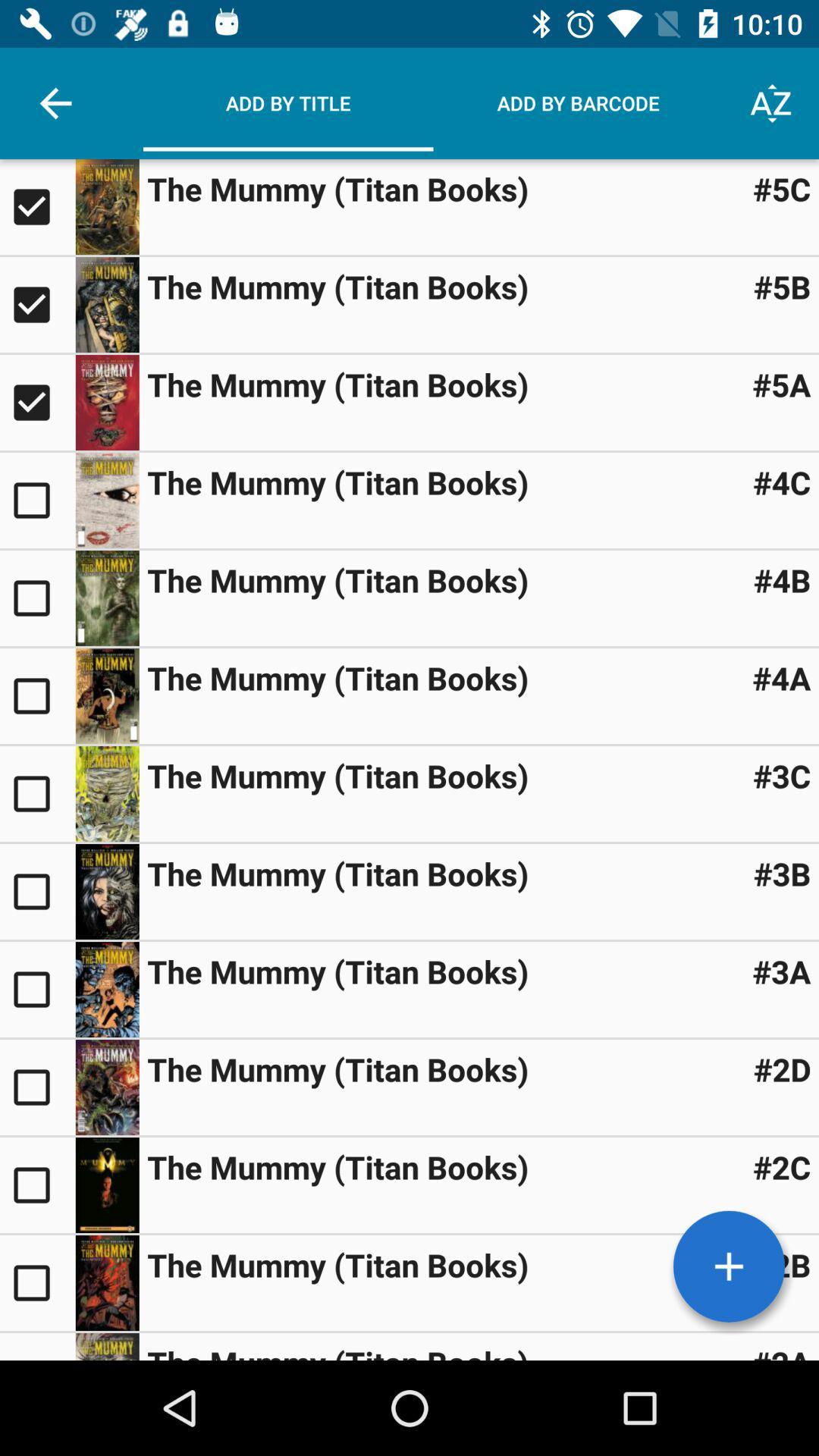  Describe the element at coordinates (106, 1347) in the screenshot. I see `click on thumbnail` at that location.